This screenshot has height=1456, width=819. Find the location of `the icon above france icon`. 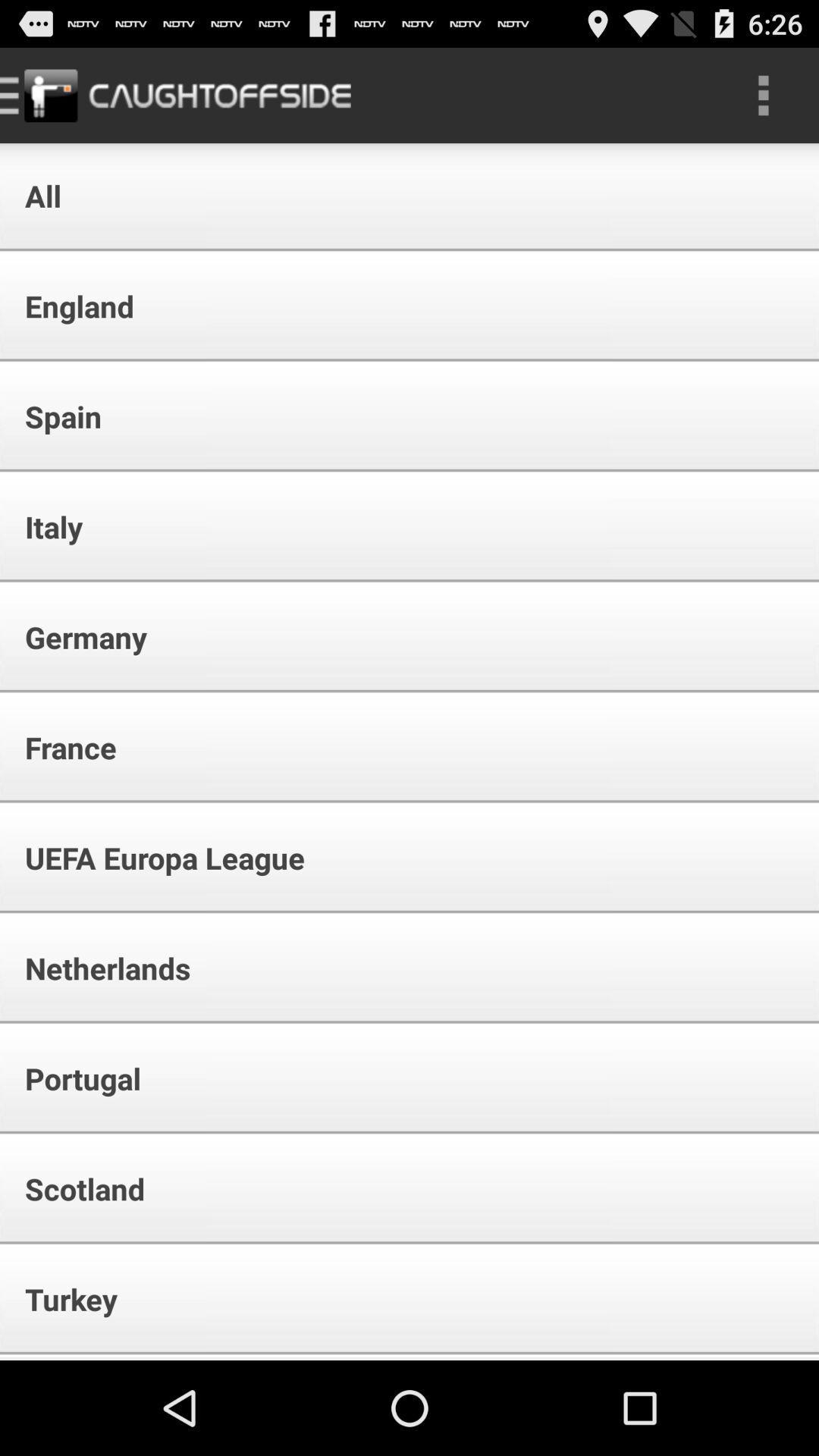

the icon above france icon is located at coordinates (76, 637).